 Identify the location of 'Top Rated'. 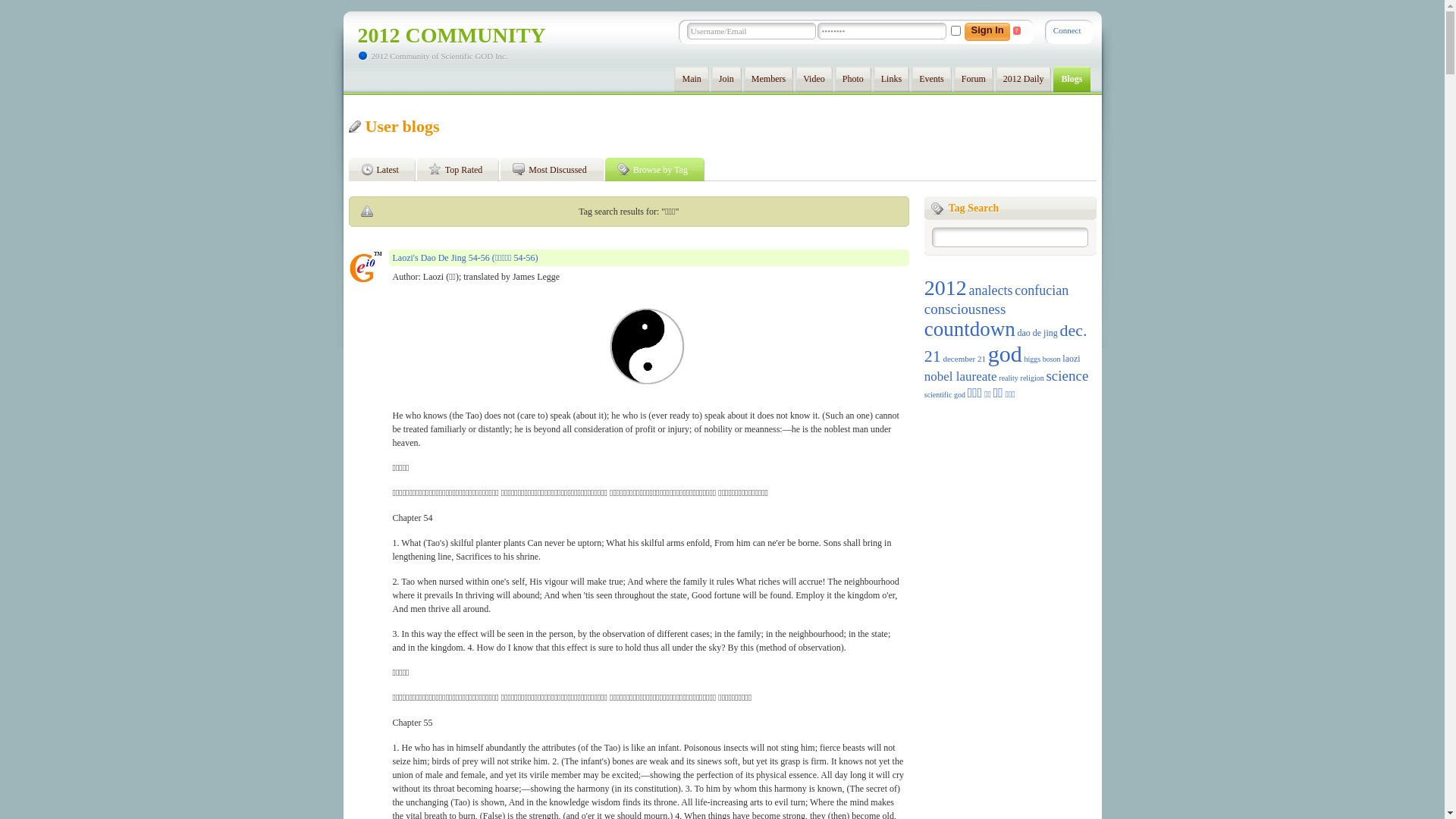
(460, 169).